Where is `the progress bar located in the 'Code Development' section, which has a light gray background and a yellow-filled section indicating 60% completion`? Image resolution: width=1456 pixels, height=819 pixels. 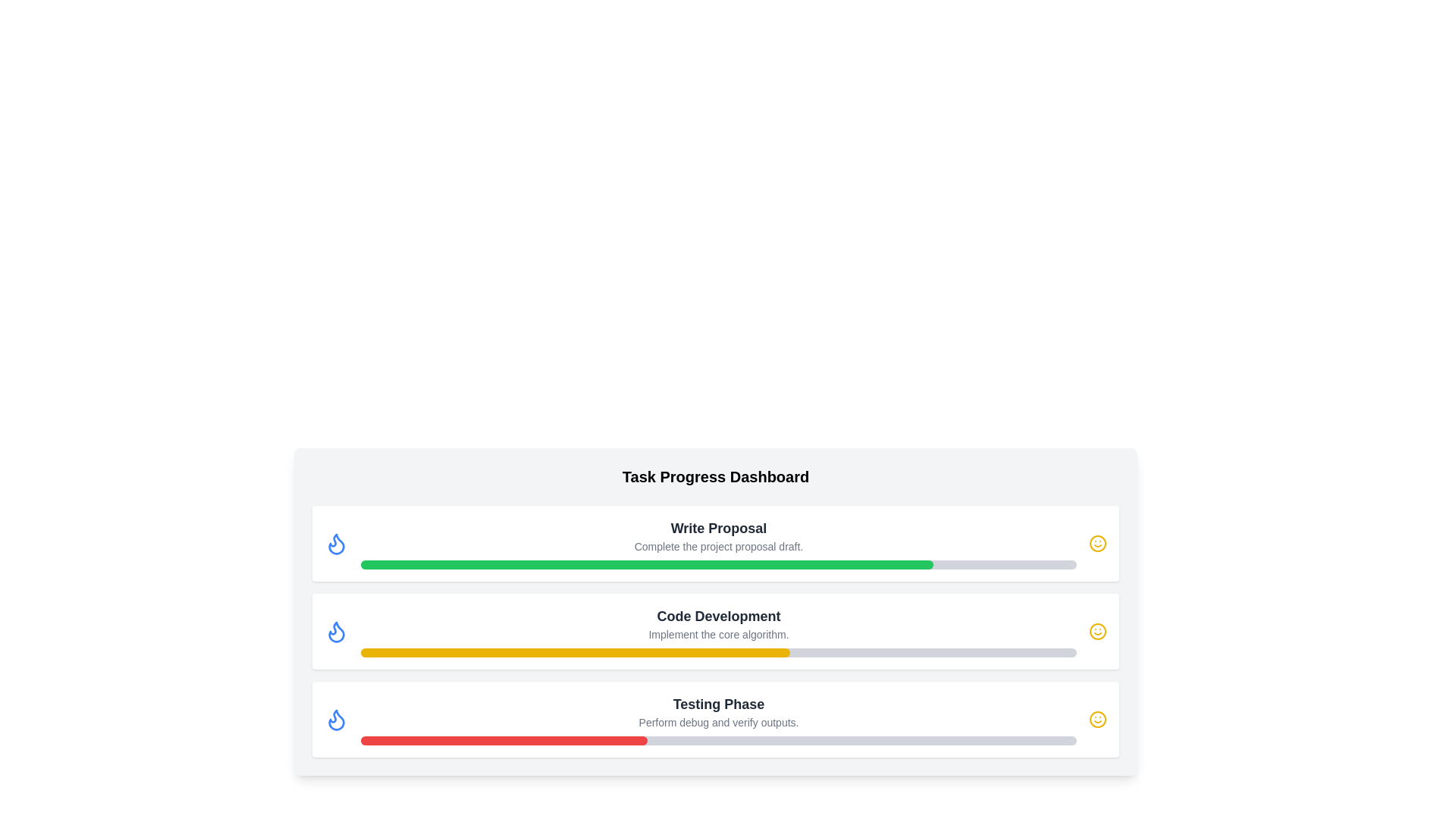
the progress bar located in the 'Code Development' section, which has a light gray background and a yellow-filled section indicating 60% completion is located at coordinates (718, 651).